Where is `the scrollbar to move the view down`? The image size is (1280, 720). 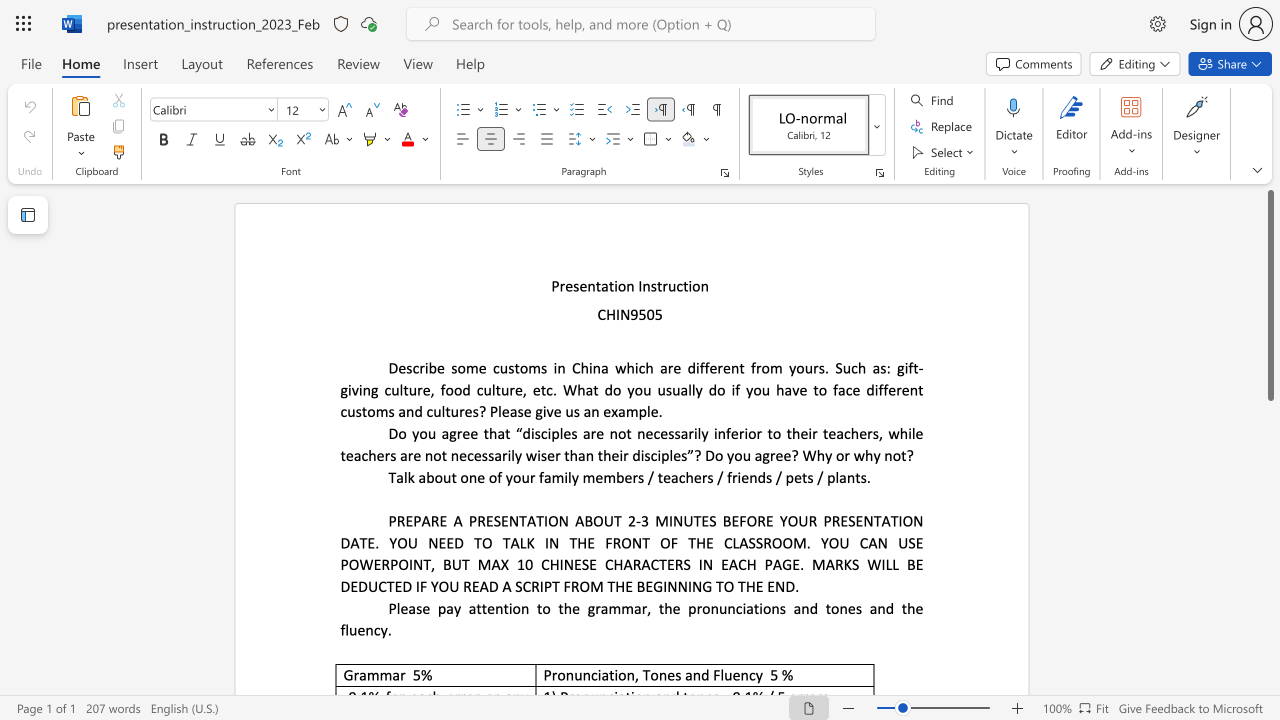
the scrollbar to move the view down is located at coordinates (1269, 480).